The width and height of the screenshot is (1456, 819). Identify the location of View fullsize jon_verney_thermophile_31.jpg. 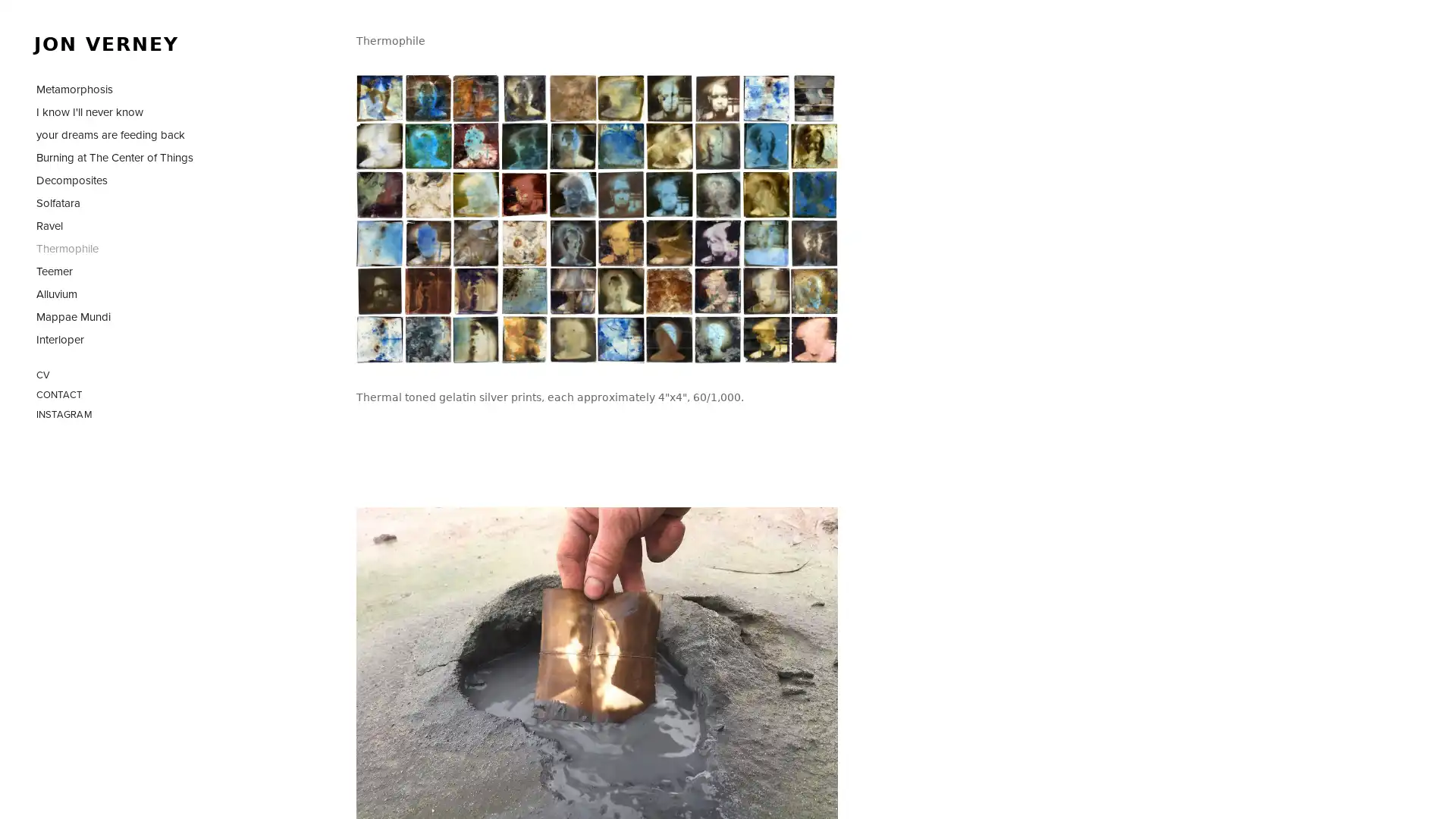
(571, 291).